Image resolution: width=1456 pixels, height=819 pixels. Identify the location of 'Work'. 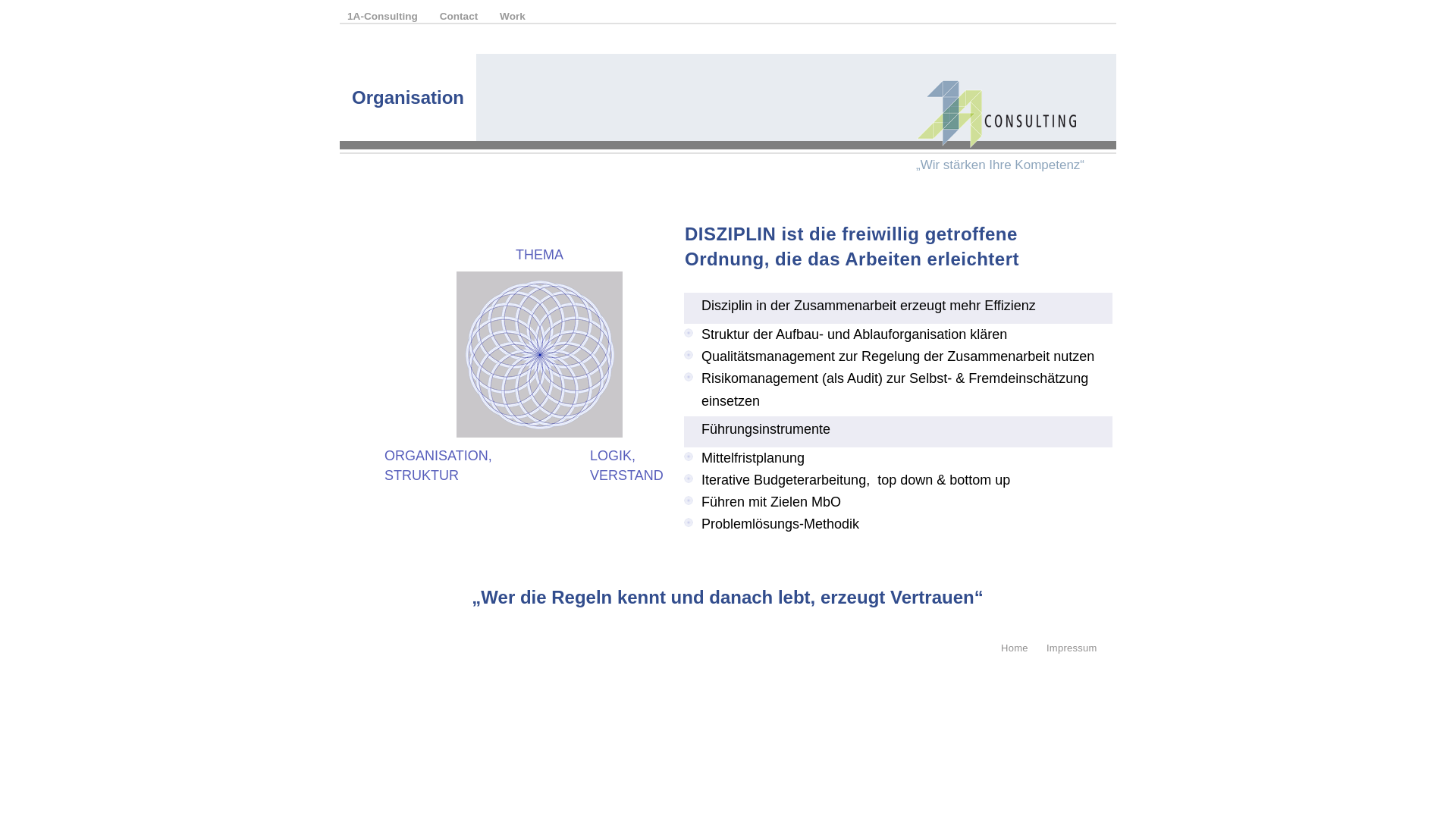
(513, 16).